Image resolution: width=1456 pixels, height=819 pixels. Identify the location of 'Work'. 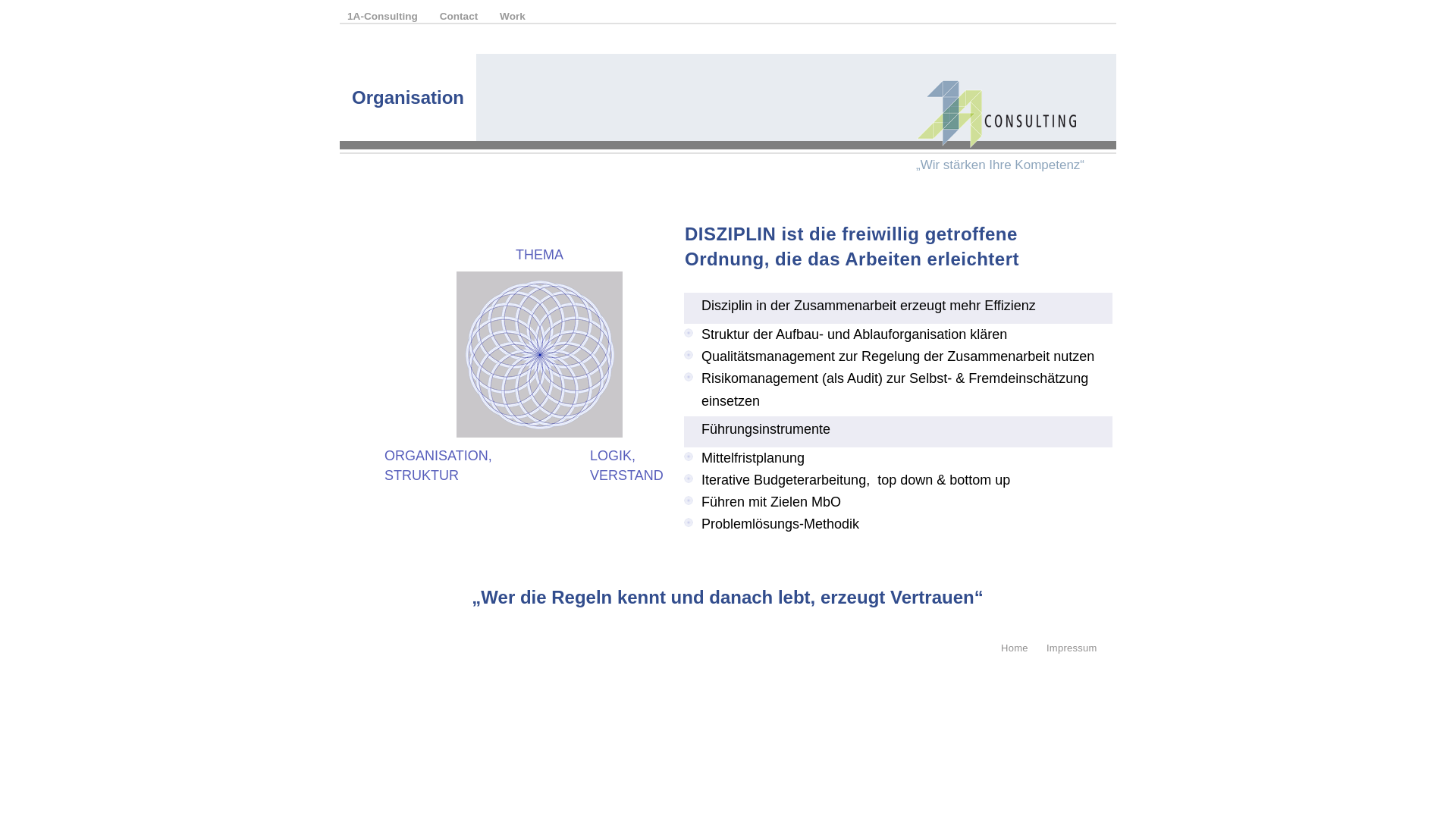
(513, 16).